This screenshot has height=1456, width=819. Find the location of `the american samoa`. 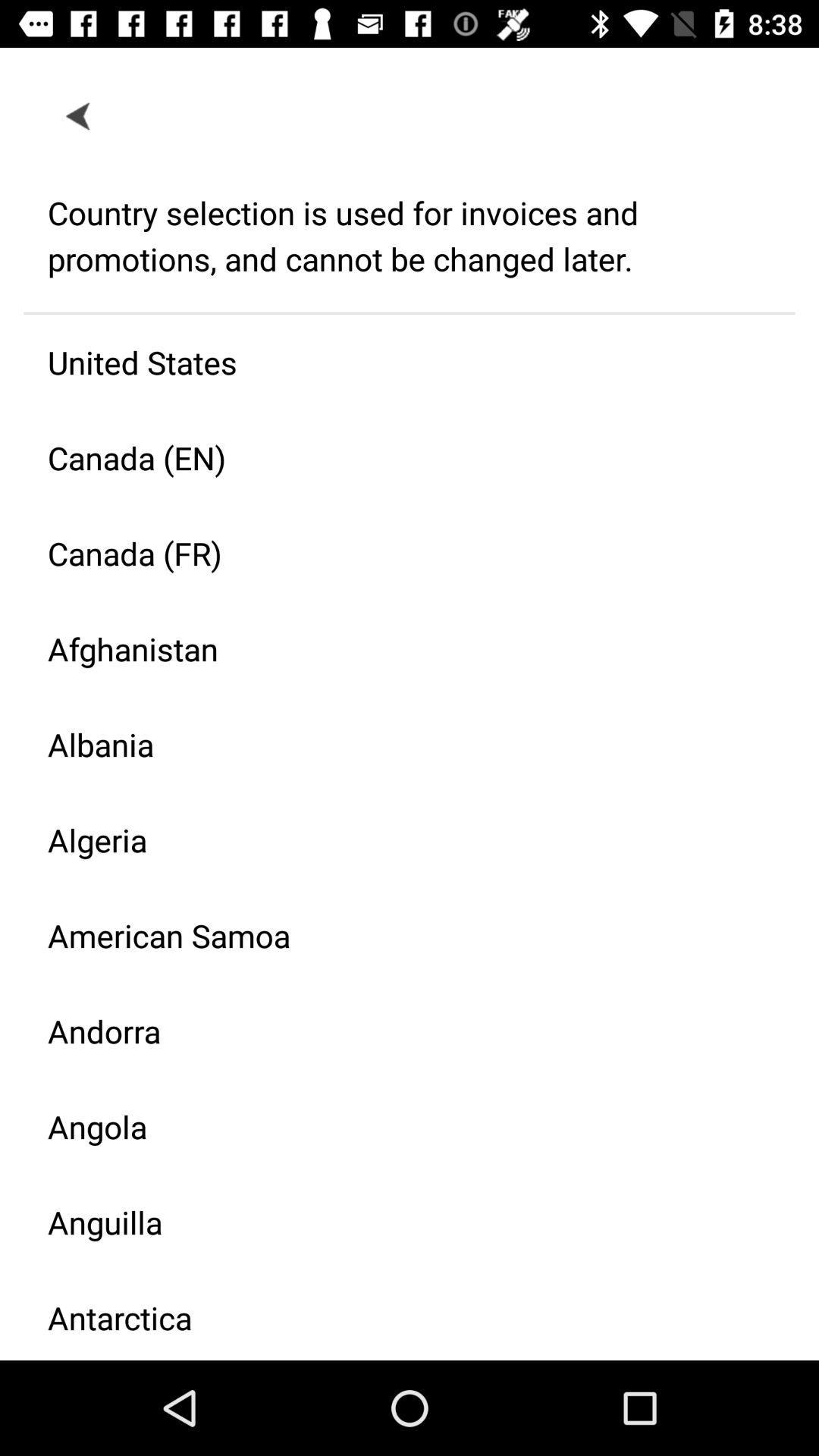

the american samoa is located at coordinates (397, 934).